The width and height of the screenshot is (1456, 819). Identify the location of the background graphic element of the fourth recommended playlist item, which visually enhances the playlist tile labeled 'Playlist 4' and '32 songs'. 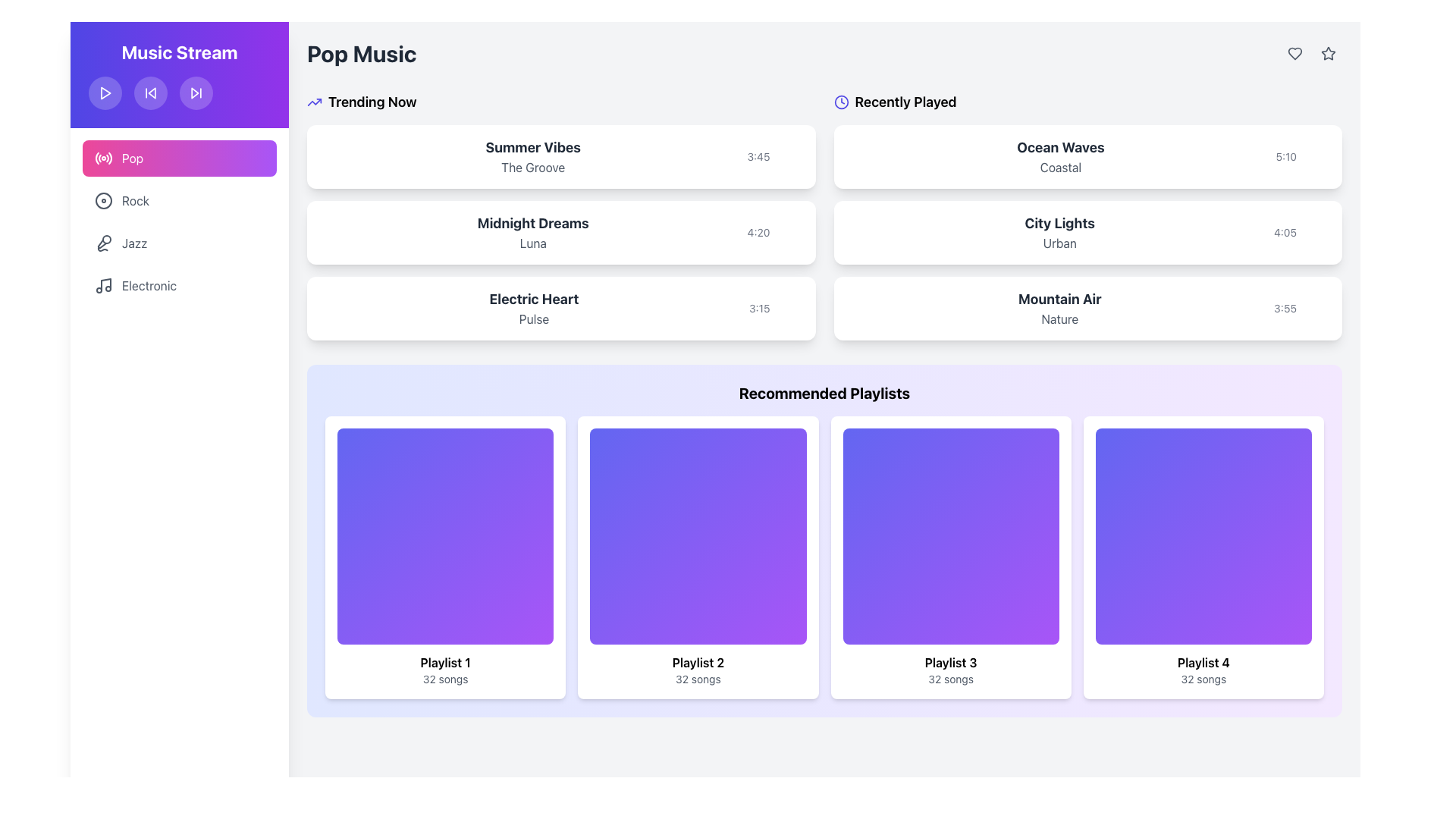
(1203, 535).